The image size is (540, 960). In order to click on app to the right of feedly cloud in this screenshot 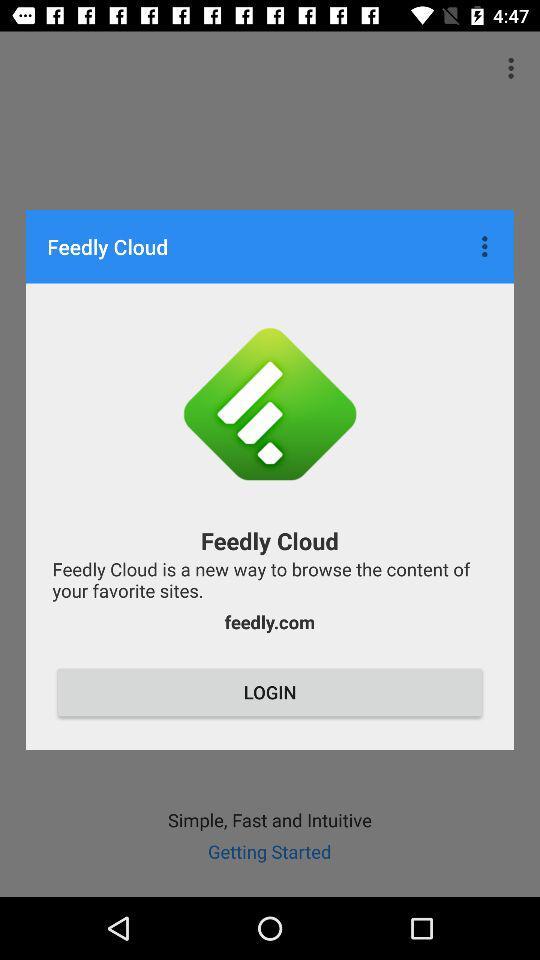, I will do `click(486, 245)`.